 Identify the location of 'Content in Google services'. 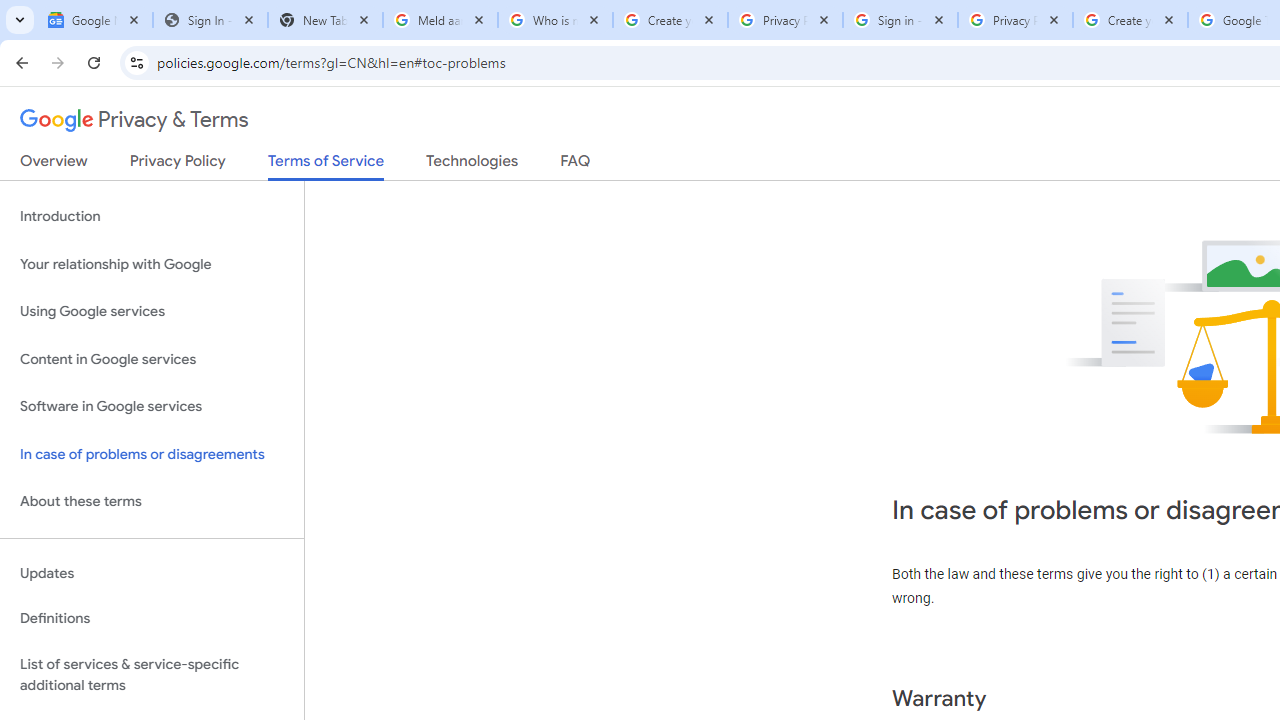
(151, 358).